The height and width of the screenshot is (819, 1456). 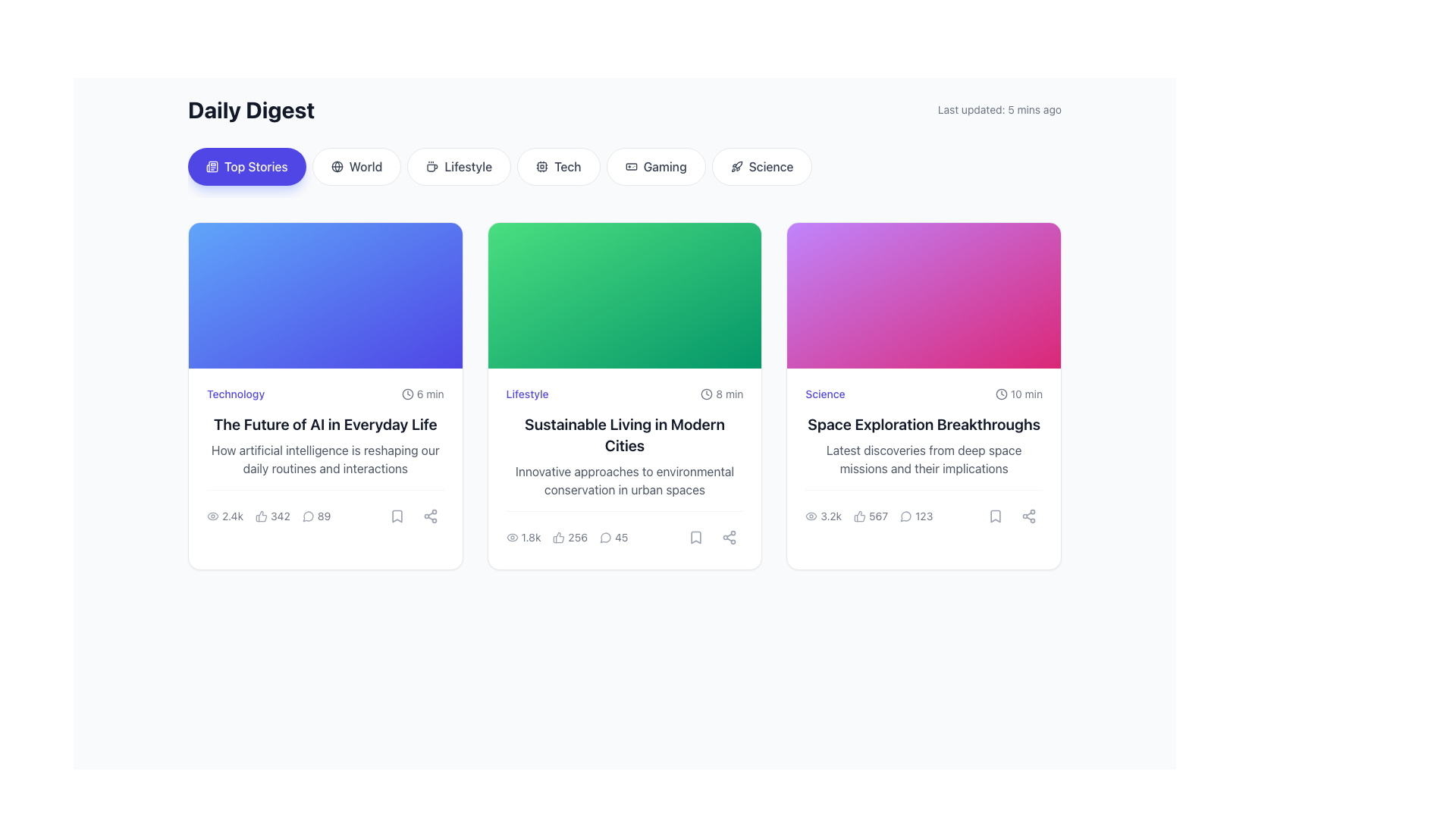 I want to click on the comment icon displaying the count '123' located below the 'Science' header in the lower section of the third card, so click(x=915, y=516).